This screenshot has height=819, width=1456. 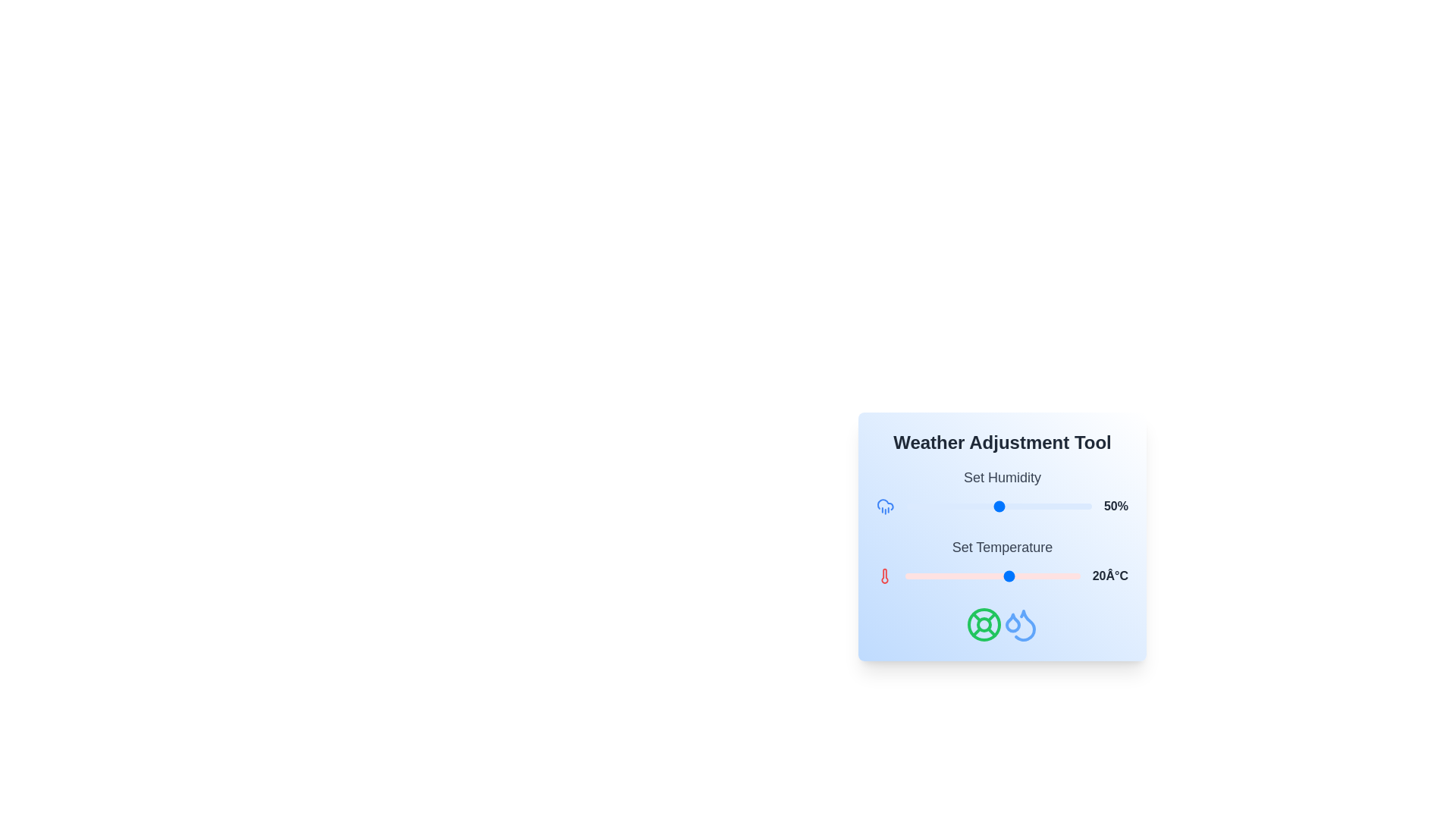 I want to click on the temperature slider to set the temperature to 23°C, so click(x=1021, y=576).